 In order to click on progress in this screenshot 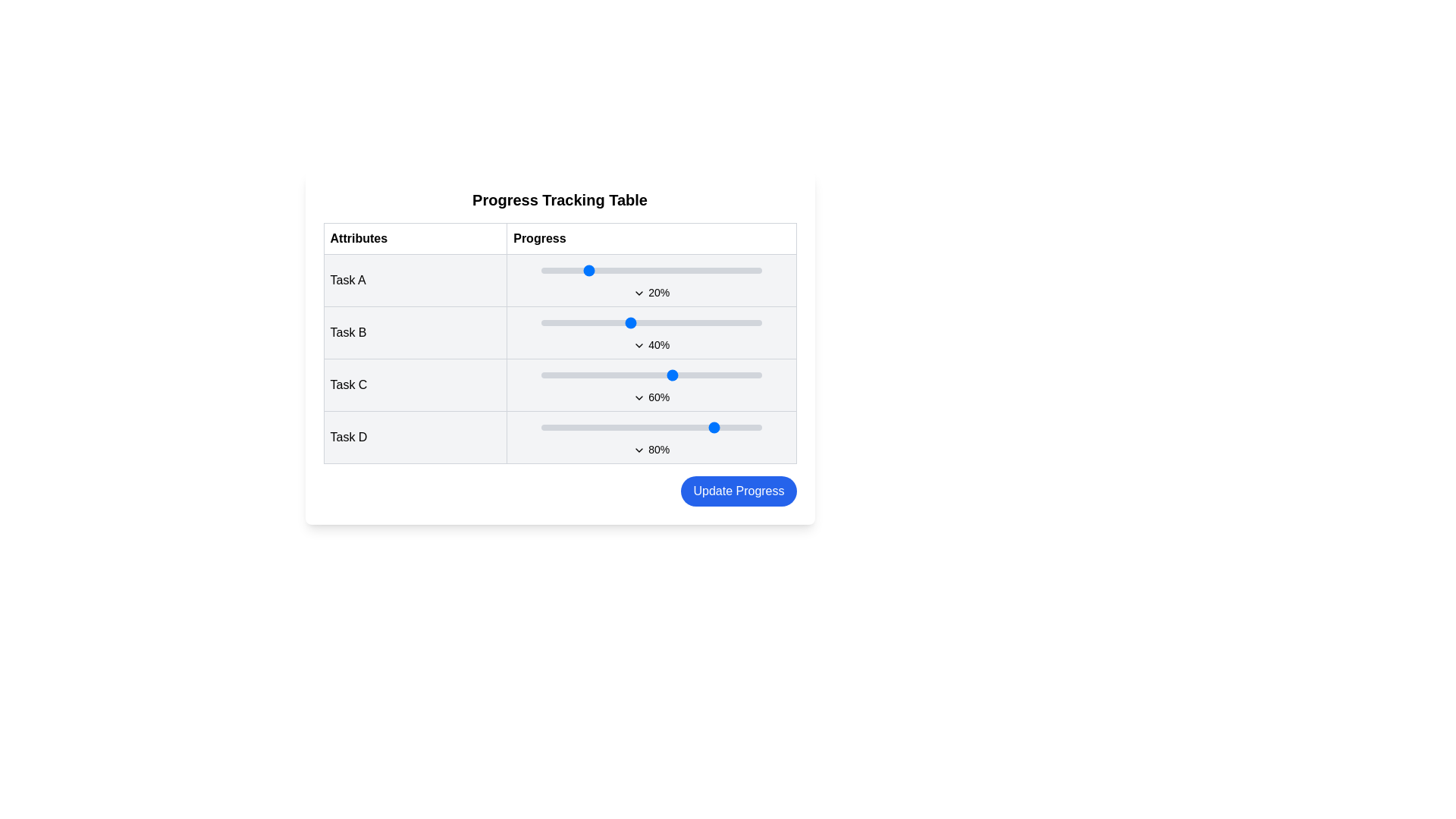, I will do `click(699, 322)`.